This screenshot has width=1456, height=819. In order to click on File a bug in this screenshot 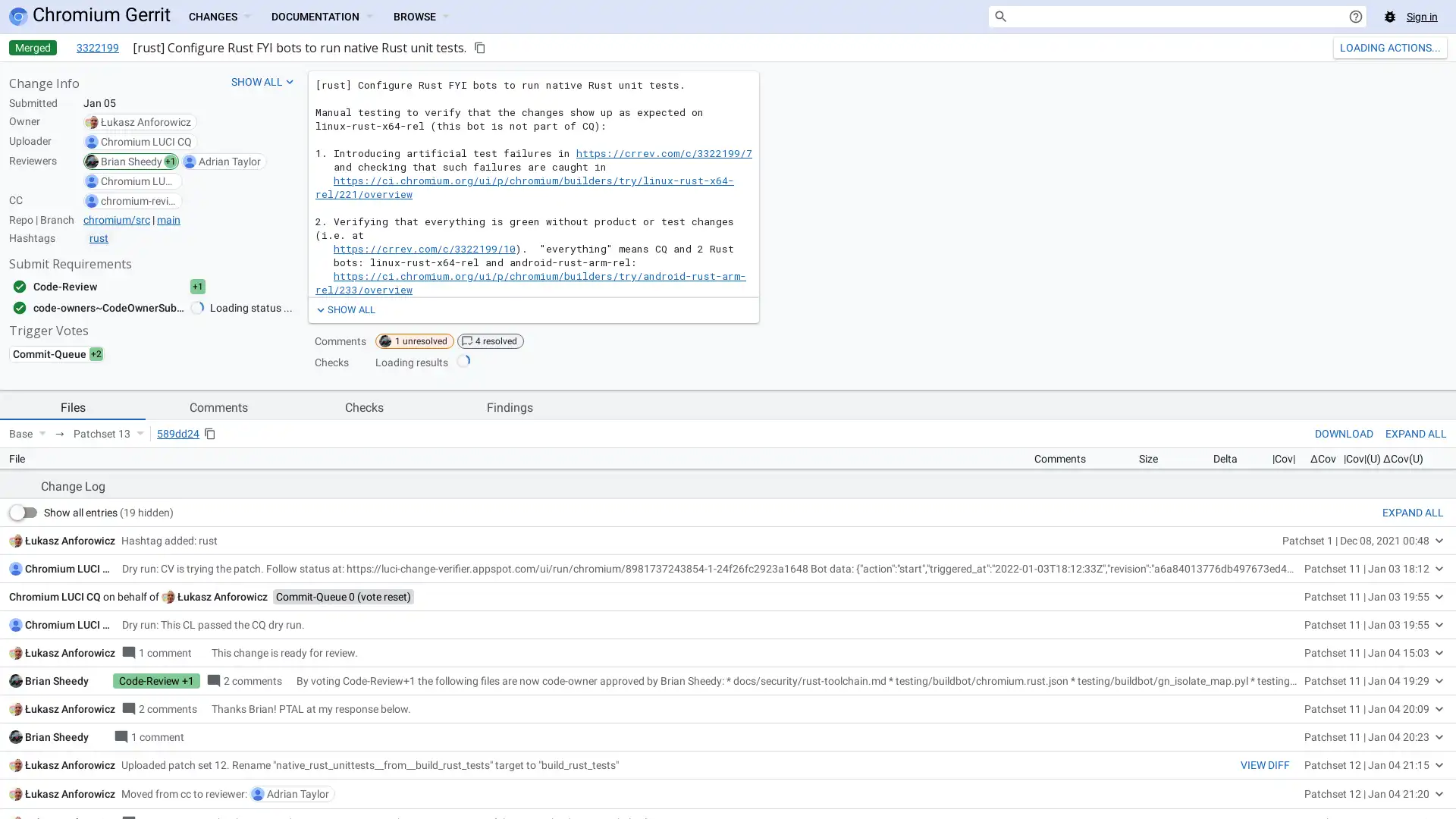, I will do `click(1390, 17)`.